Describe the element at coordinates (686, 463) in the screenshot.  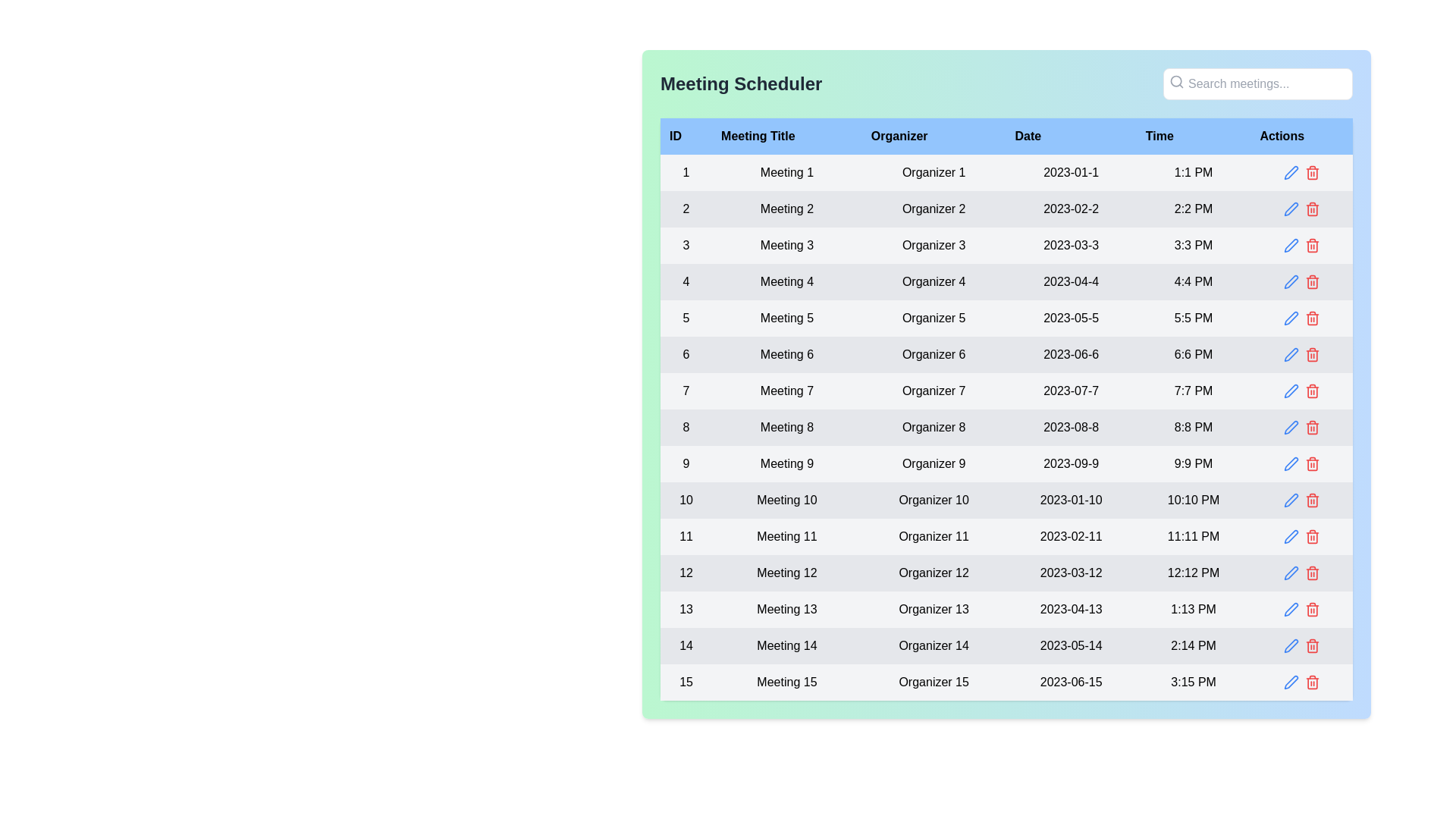
I see `the Table cell in the leftmost column of the data table under the header 'ID', representing the ninth row, which serves as a numeric identifier for the corresponding row` at that location.